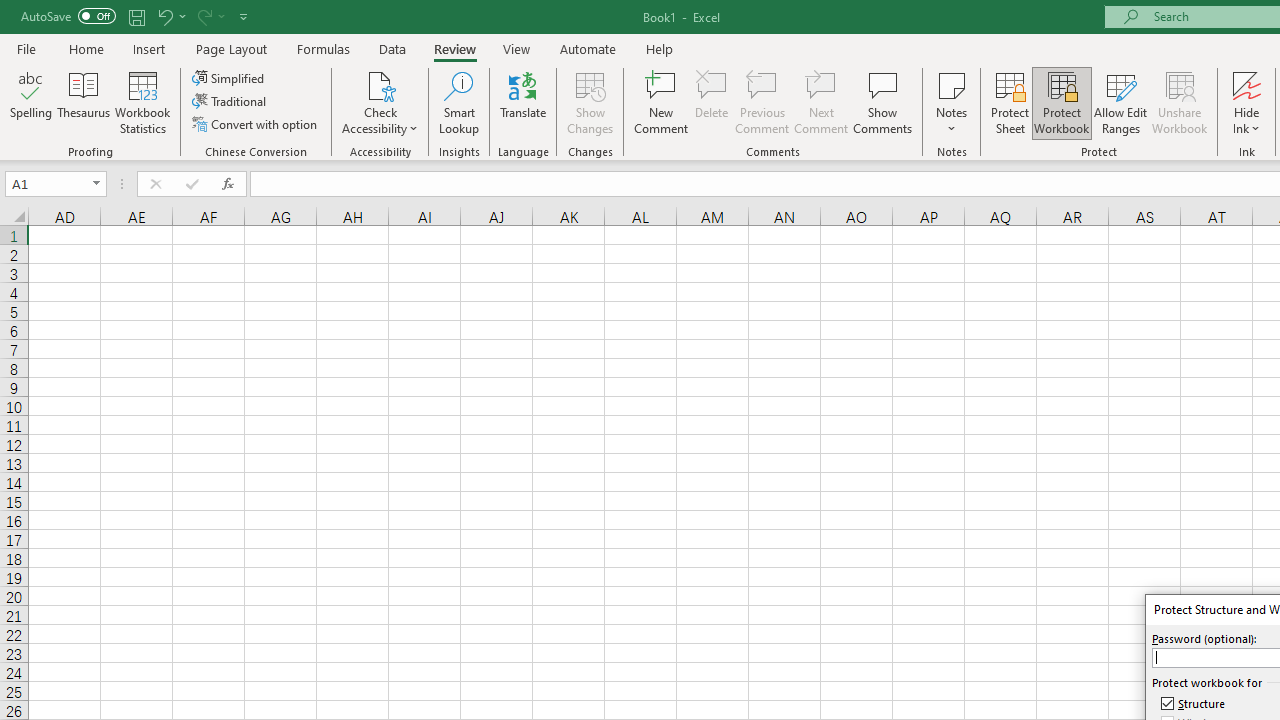  I want to click on 'Hide Ink', so click(1246, 103).